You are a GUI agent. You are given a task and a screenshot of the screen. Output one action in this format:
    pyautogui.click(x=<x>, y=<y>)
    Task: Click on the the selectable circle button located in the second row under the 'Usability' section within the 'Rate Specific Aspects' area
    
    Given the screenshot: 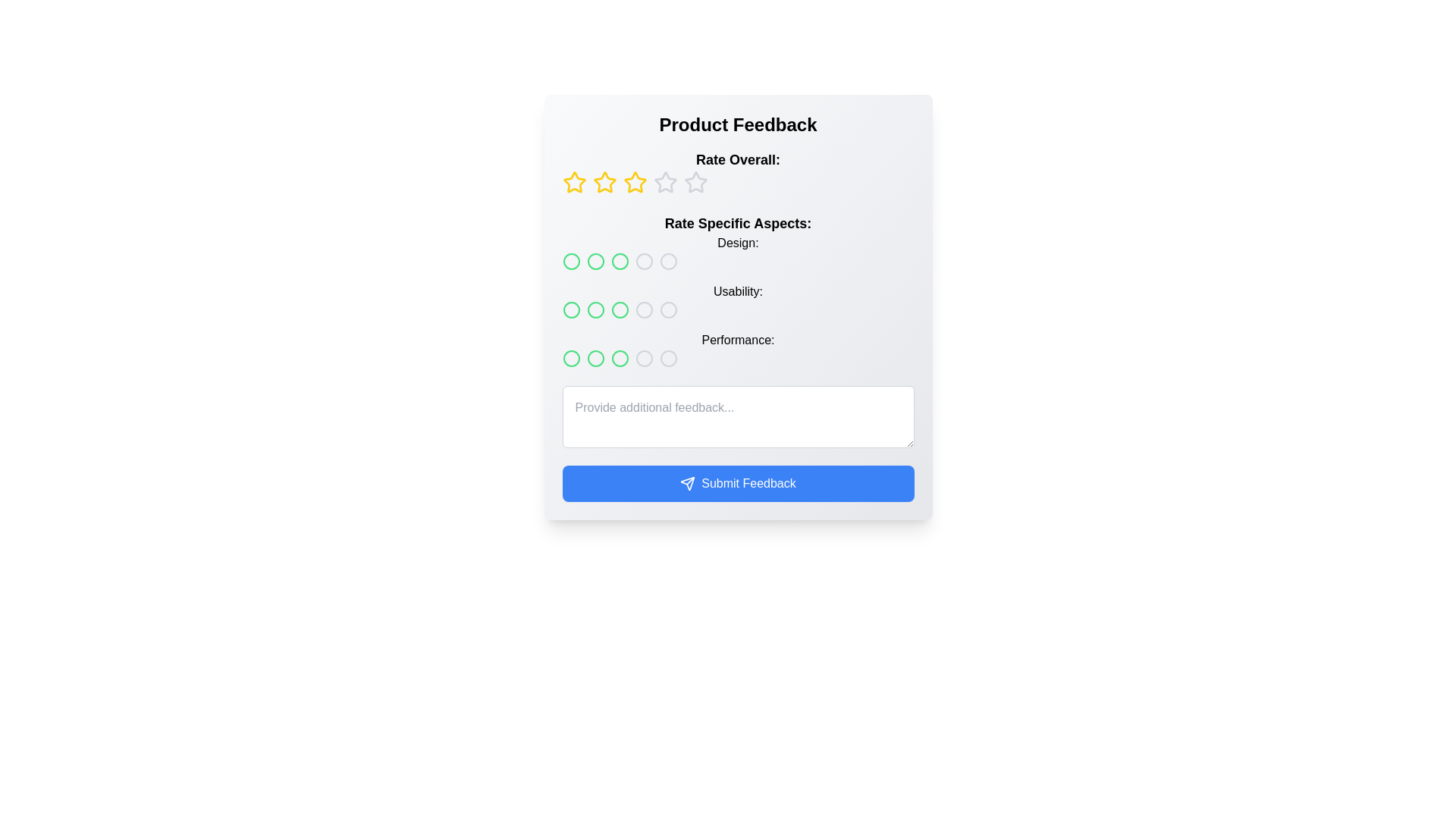 What is the action you would take?
    pyautogui.click(x=644, y=309)
    